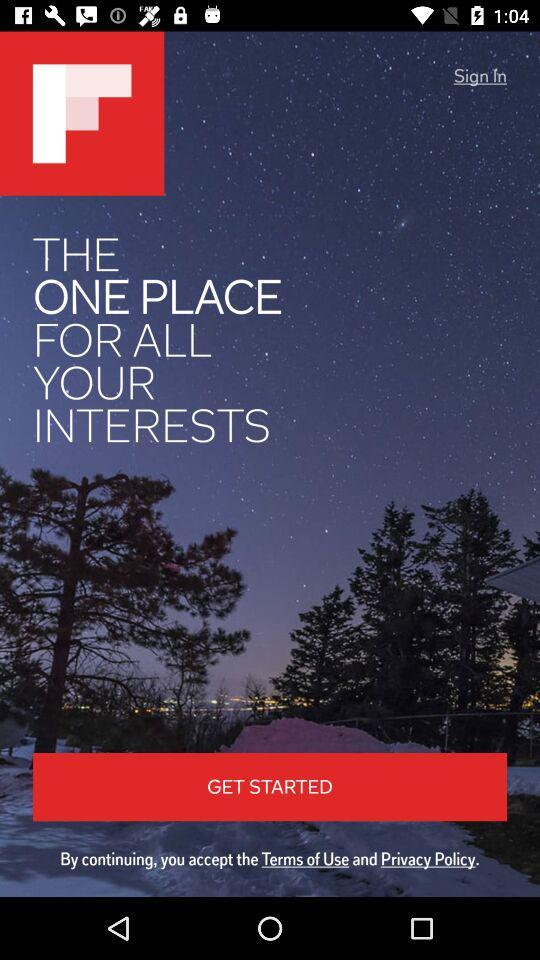  What do you see at coordinates (270, 858) in the screenshot?
I see `the item below the get started item` at bounding box center [270, 858].